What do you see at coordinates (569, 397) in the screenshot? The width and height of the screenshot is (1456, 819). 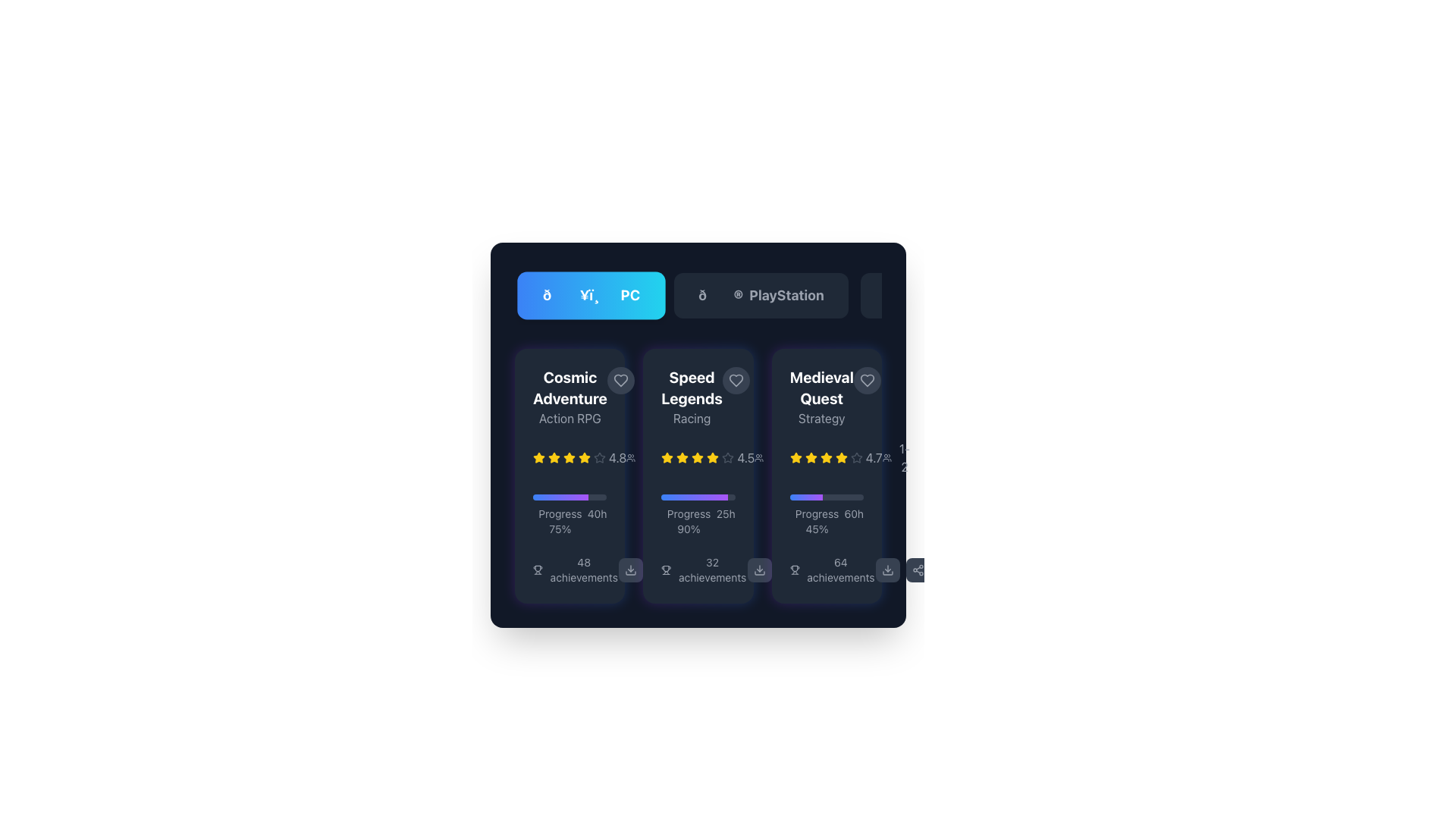 I see `static text label displaying 'Cosmic Adventure' as the game's name and 'Action RPG' as the genre, located at the top left card's title section in a grid of cards` at bounding box center [569, 397].